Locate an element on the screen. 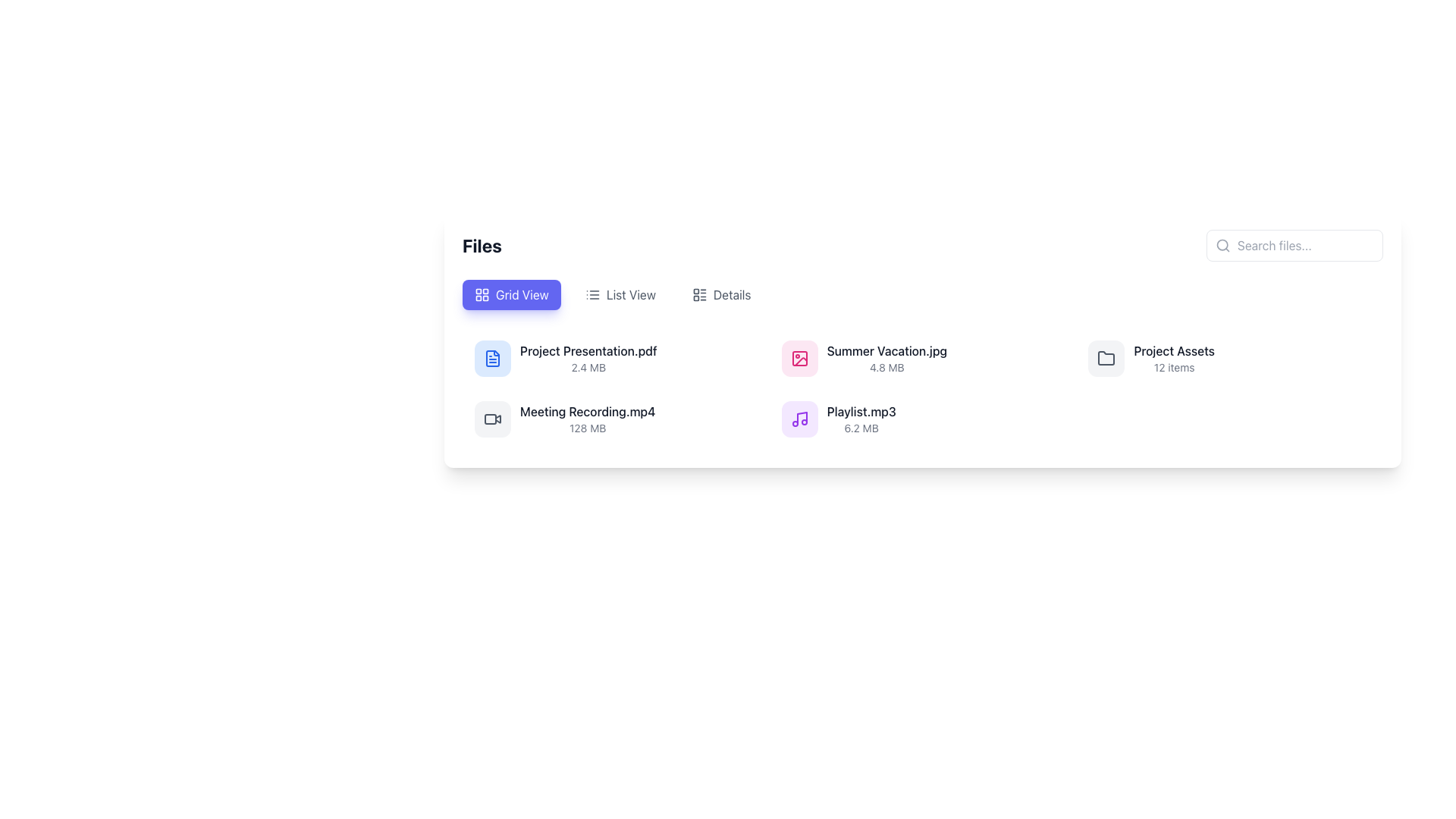 The image size is (1456, 819). the music icon with a purple outline, consisting of a musical note and circular elements, located near the bottom right of the 'Playlist.mp3' entry is located at coordinates (799, 419).